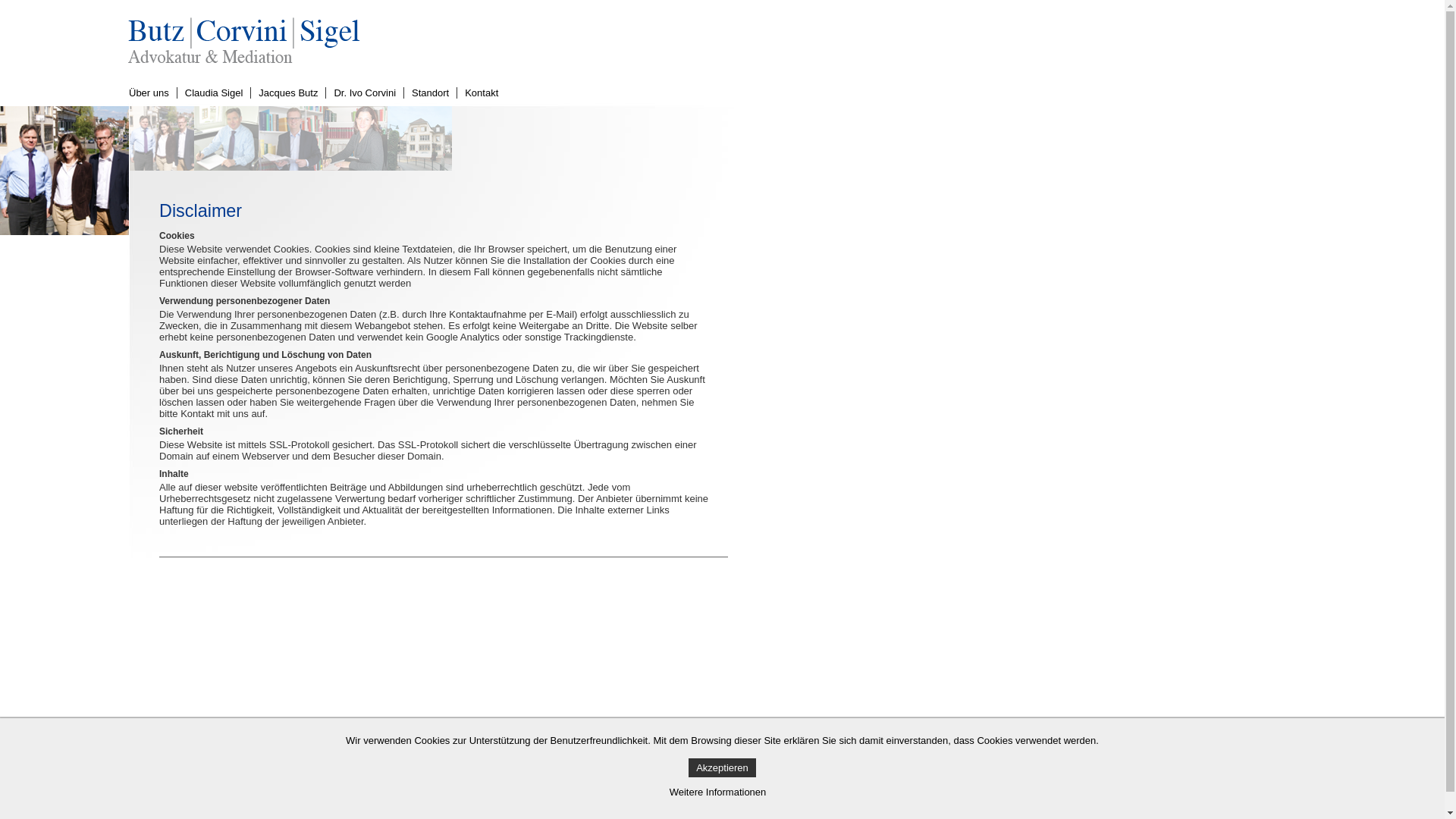 This screenshot has height=819, width=1456. What do you see at coordinates (365, 93) in the screenshot?
I see `'Dr. Ivo Corvini'` at bounding box center [365, 93].